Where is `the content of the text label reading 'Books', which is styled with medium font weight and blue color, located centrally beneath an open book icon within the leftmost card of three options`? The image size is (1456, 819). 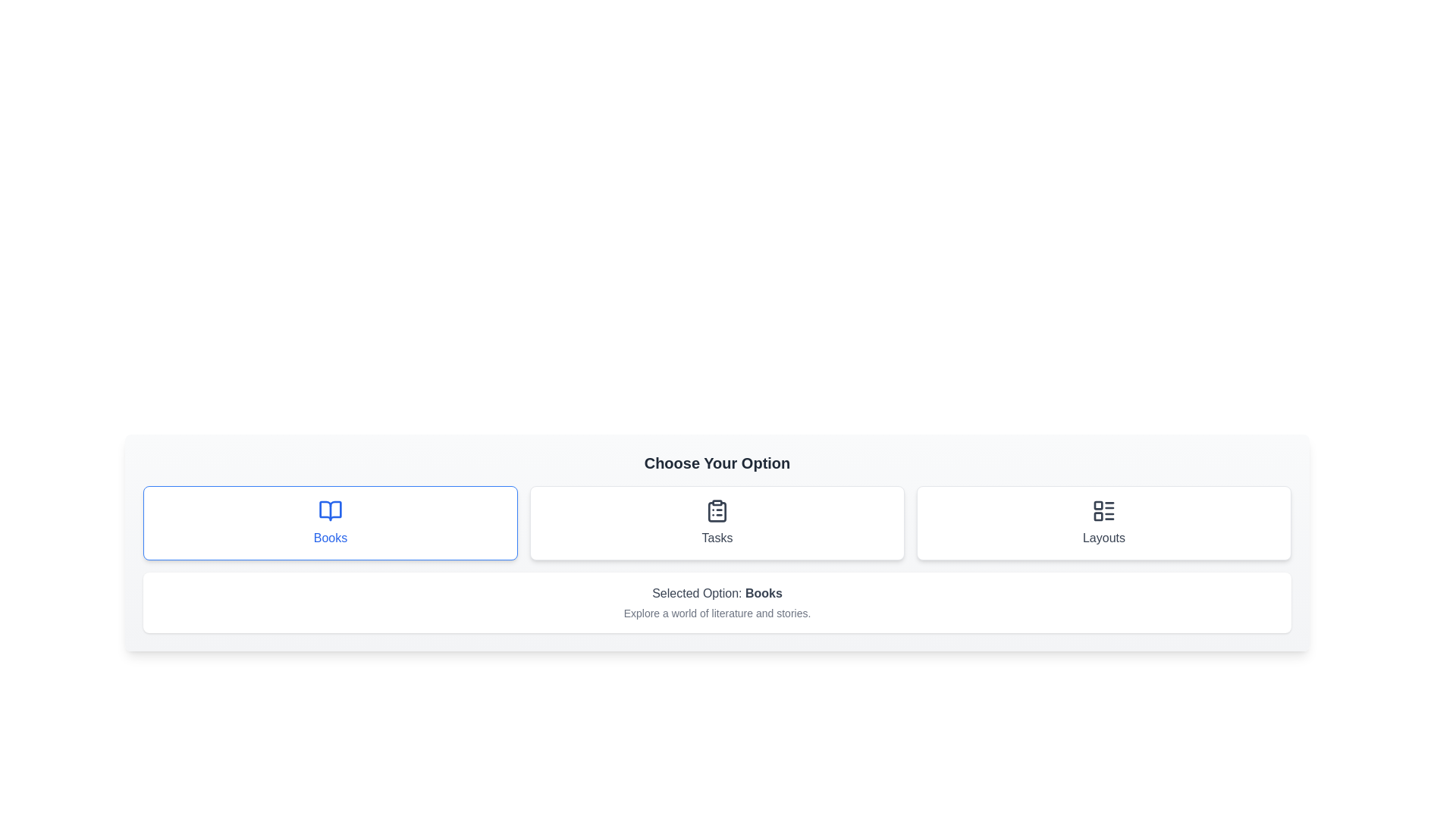
the content of the text label reading 'Books', which is styled with medium font weight and blue color, located centrally beneath an open book icon within the leftmost card of three options is located at coordinates (330, 537).